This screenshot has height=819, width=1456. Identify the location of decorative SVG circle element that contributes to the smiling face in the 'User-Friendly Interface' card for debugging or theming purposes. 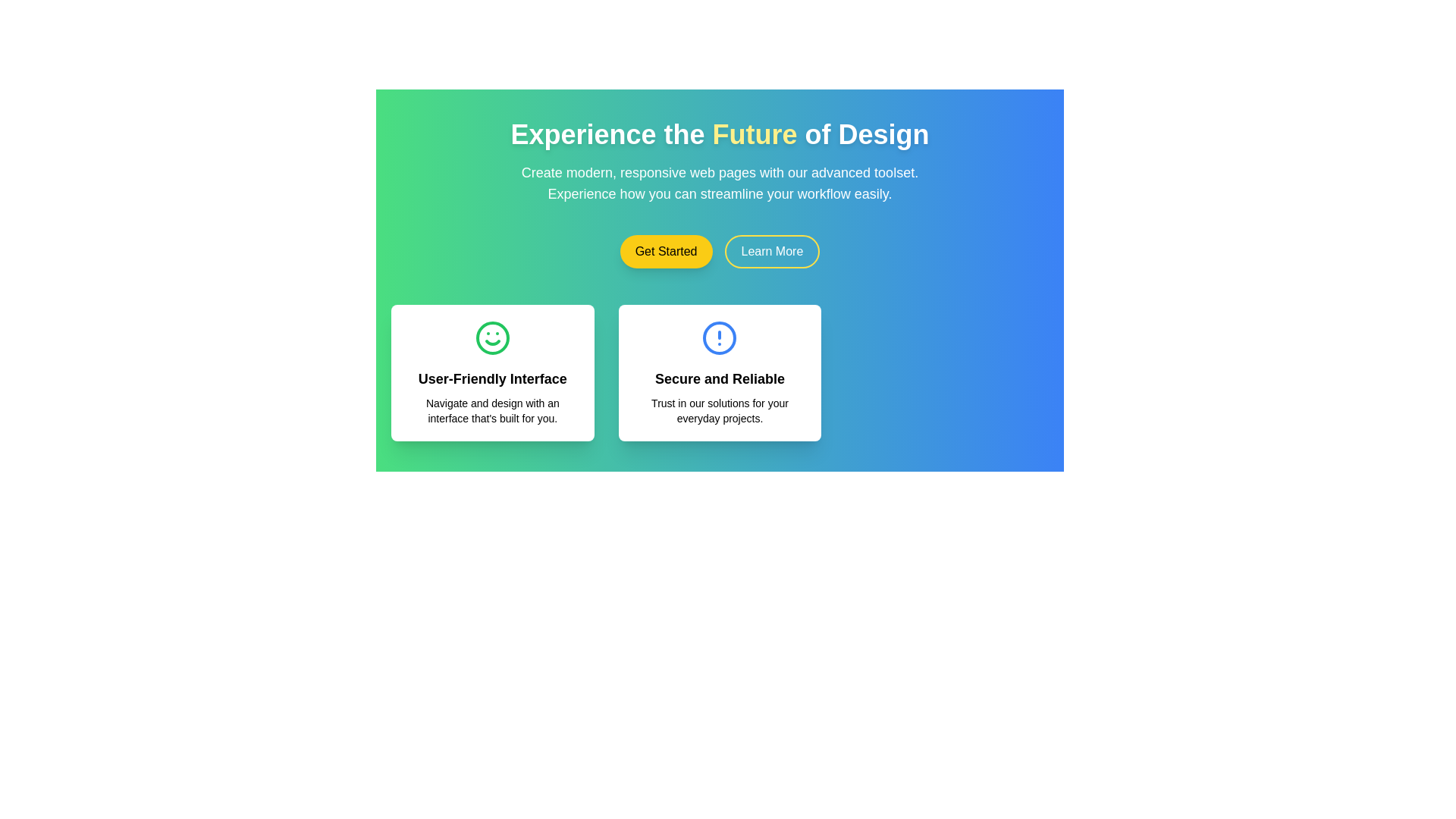
(492, 337).